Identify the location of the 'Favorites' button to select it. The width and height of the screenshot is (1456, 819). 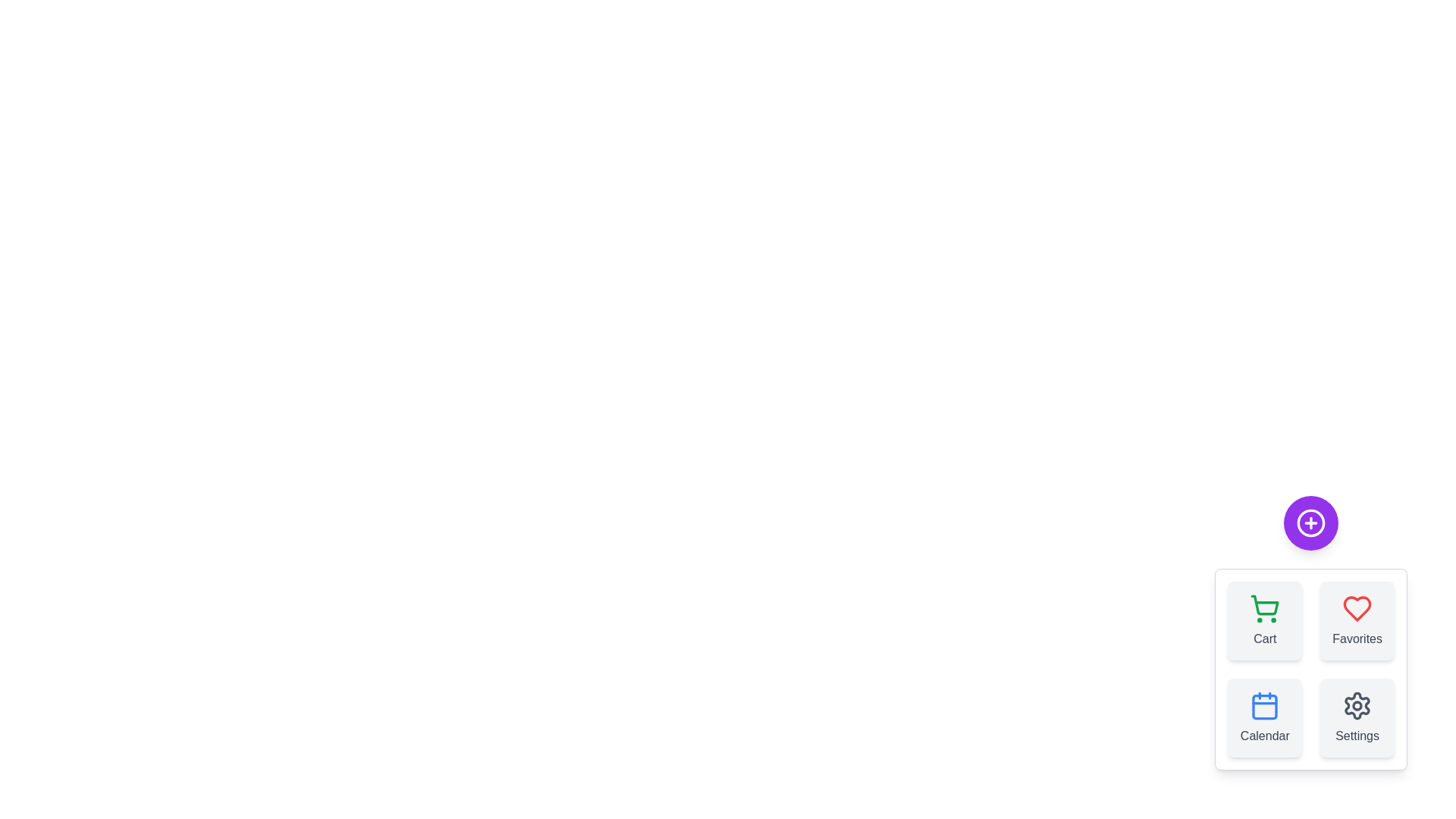
(1357, 620).